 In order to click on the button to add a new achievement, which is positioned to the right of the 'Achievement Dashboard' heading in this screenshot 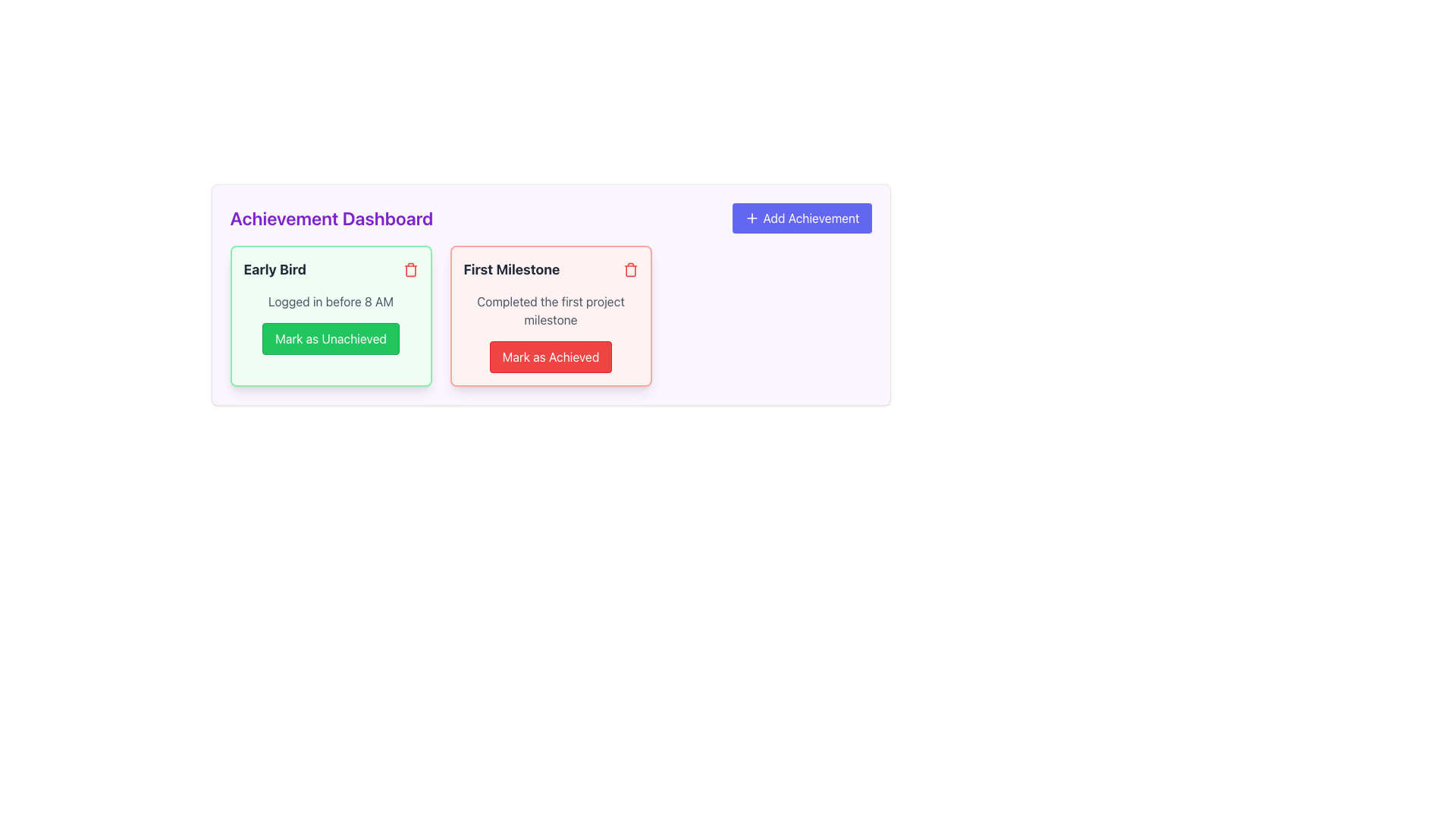, I will do `click(801, 218)`.